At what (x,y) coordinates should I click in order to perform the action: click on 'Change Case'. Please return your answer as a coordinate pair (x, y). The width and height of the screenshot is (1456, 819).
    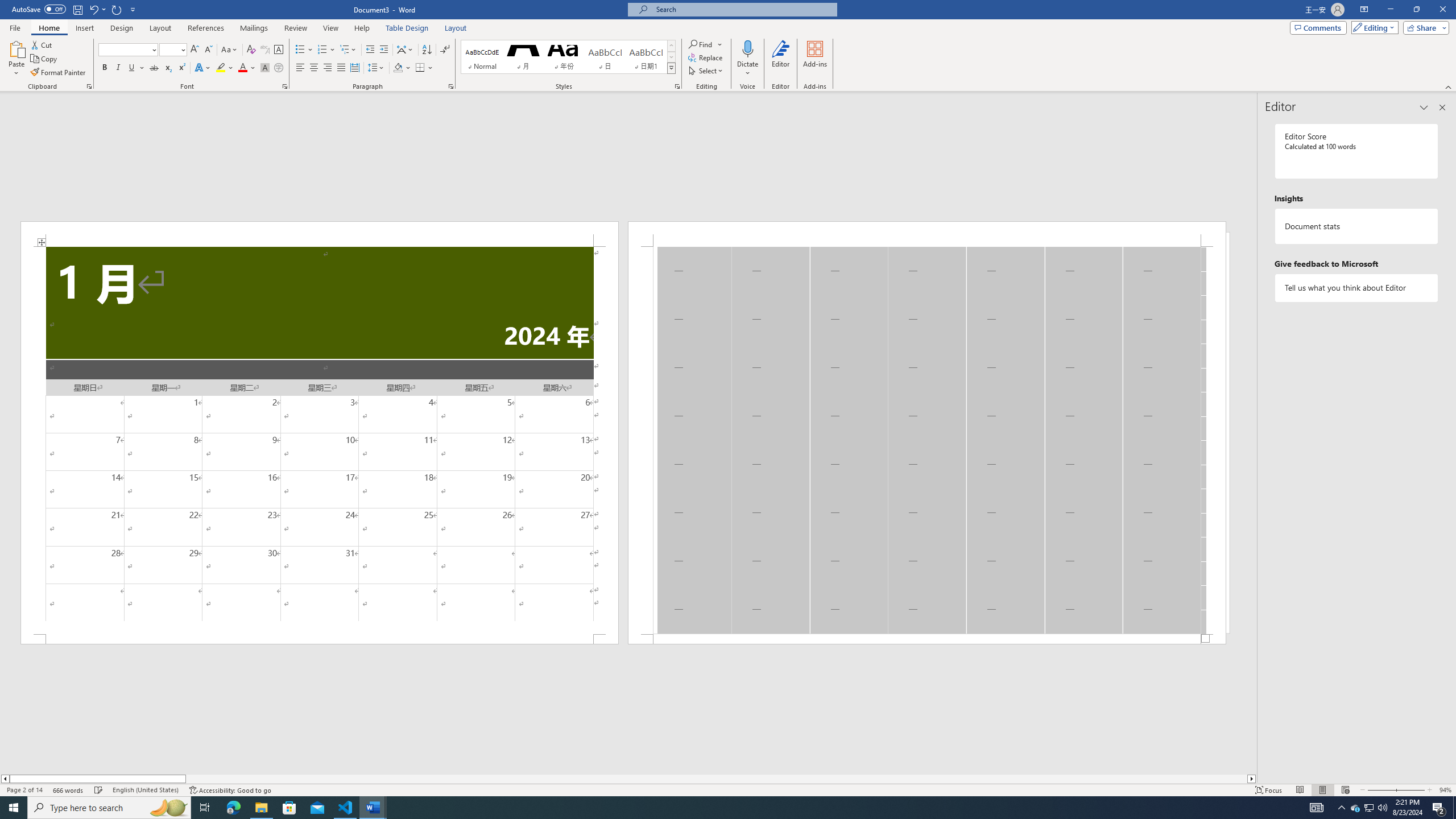
    Looking at the image, I should click on (229, 49).